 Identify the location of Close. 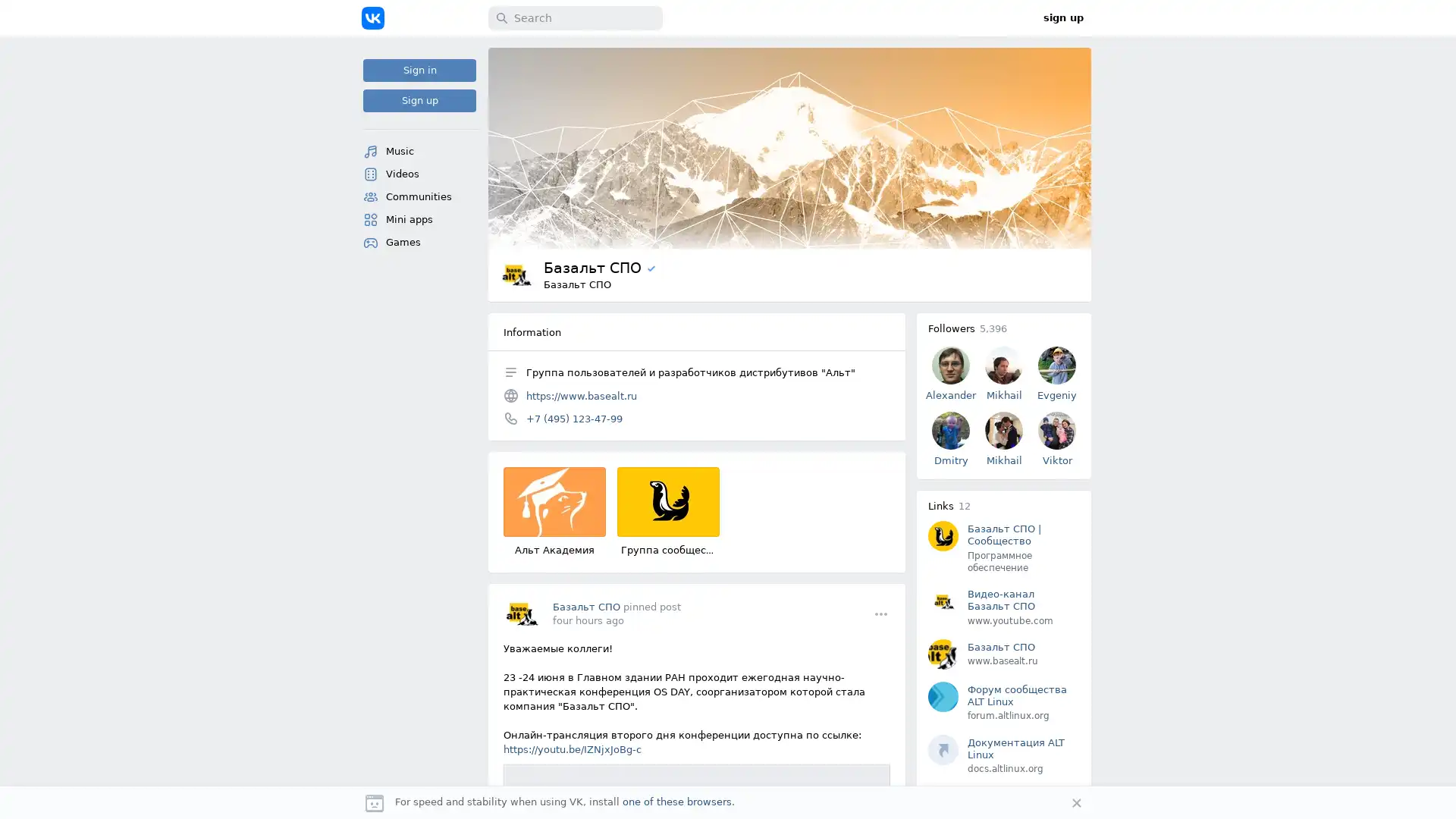
(1076, 802).